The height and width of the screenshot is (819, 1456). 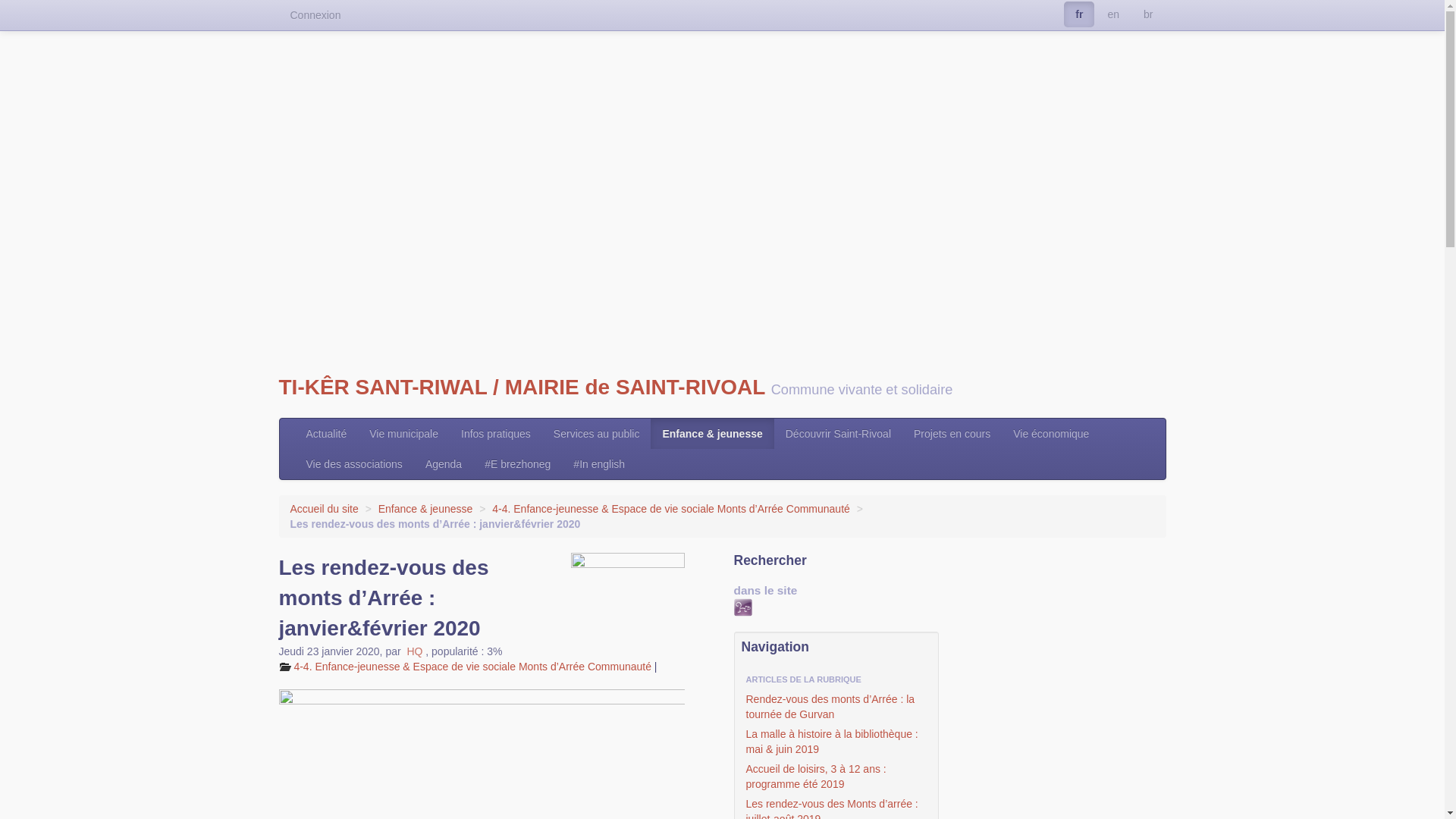 I want to click on 'Projets en cours', so click(x=902, y=433).